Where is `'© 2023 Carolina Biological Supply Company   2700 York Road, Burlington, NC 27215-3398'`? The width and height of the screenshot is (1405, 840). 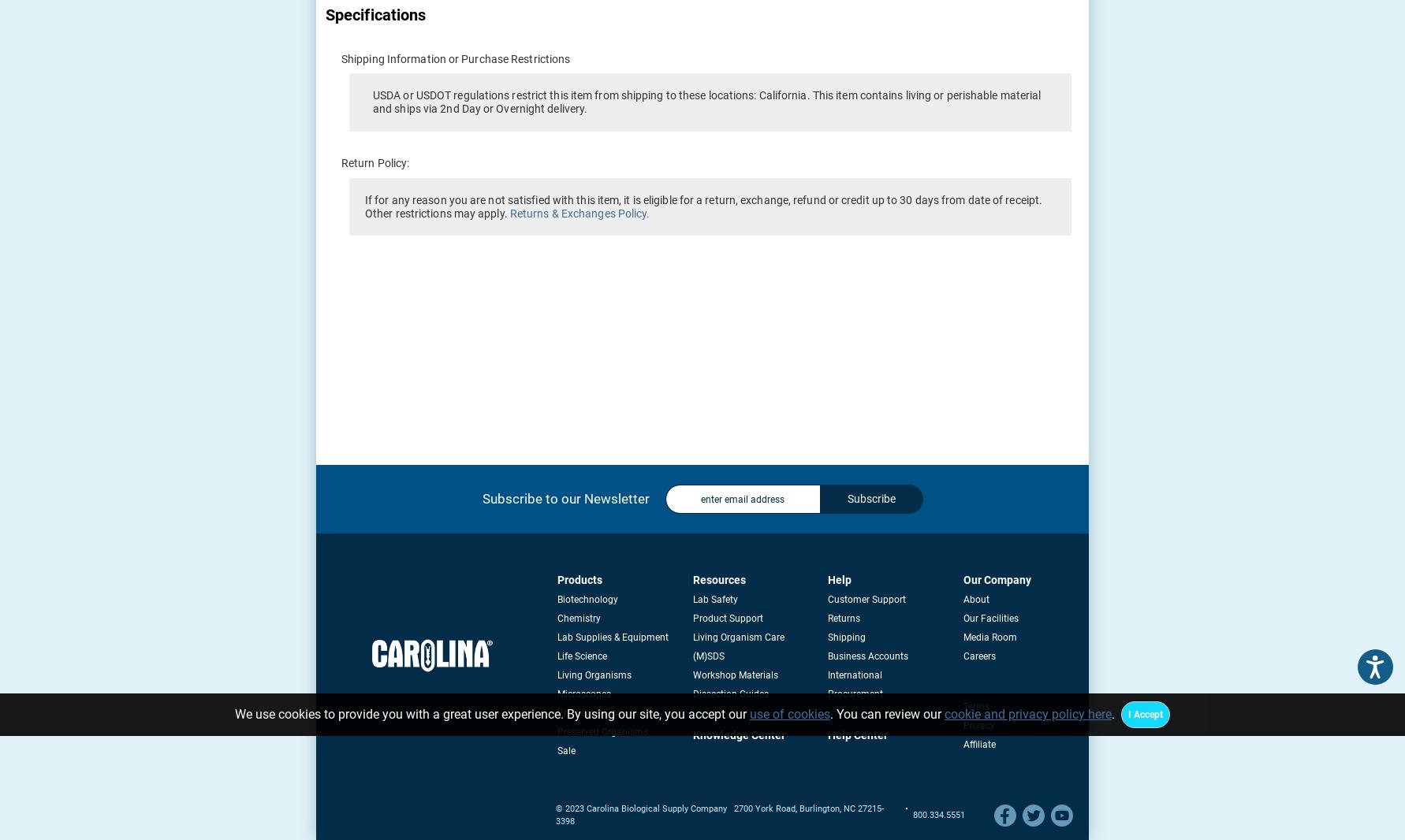
'© 2023 Carolina Biological Supply Company   2700 York Road, Burlington, NC 27215-3398' is located at coordinates (719, 815).